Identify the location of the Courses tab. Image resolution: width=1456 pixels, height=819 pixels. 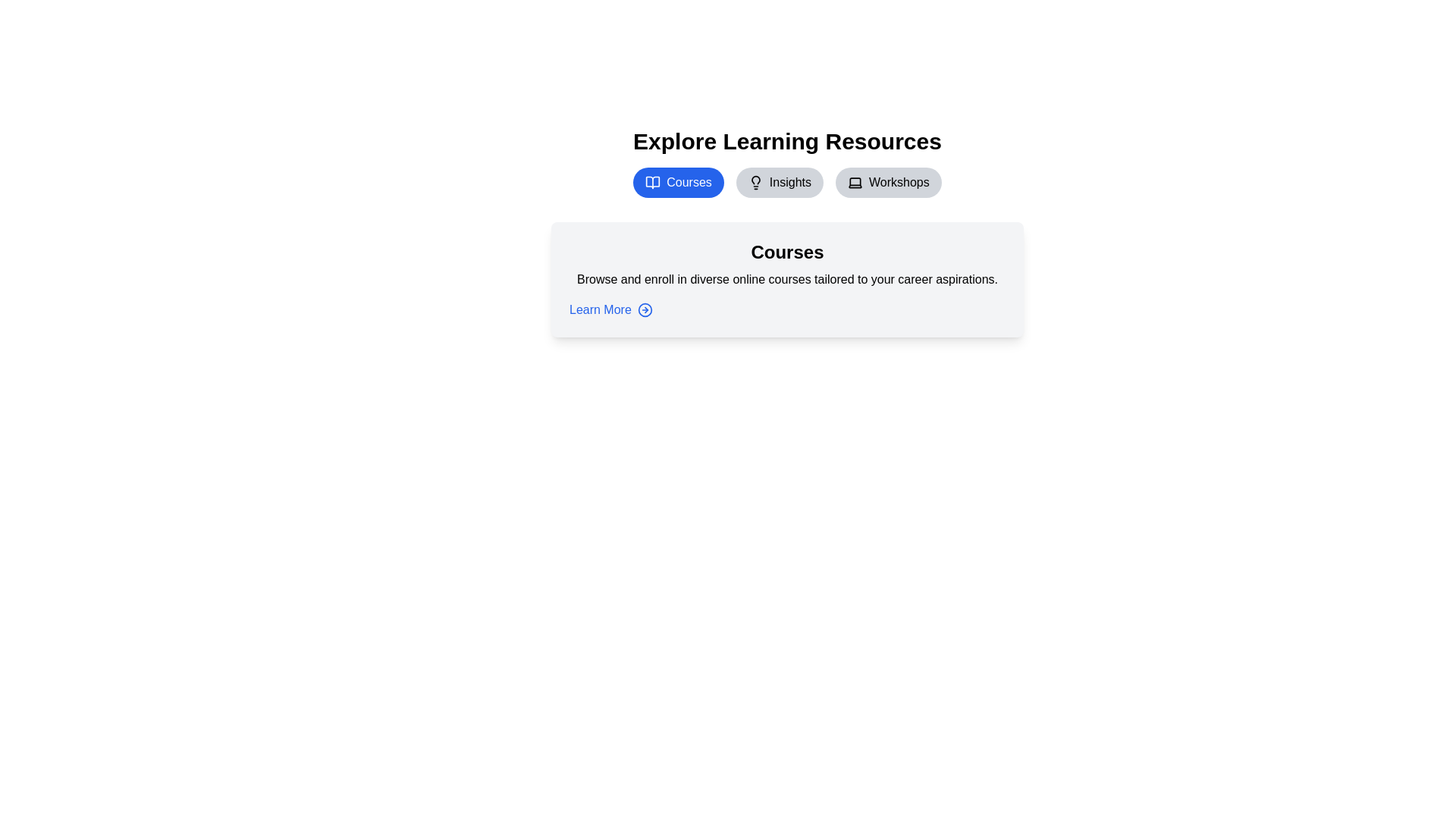
(677, 181).